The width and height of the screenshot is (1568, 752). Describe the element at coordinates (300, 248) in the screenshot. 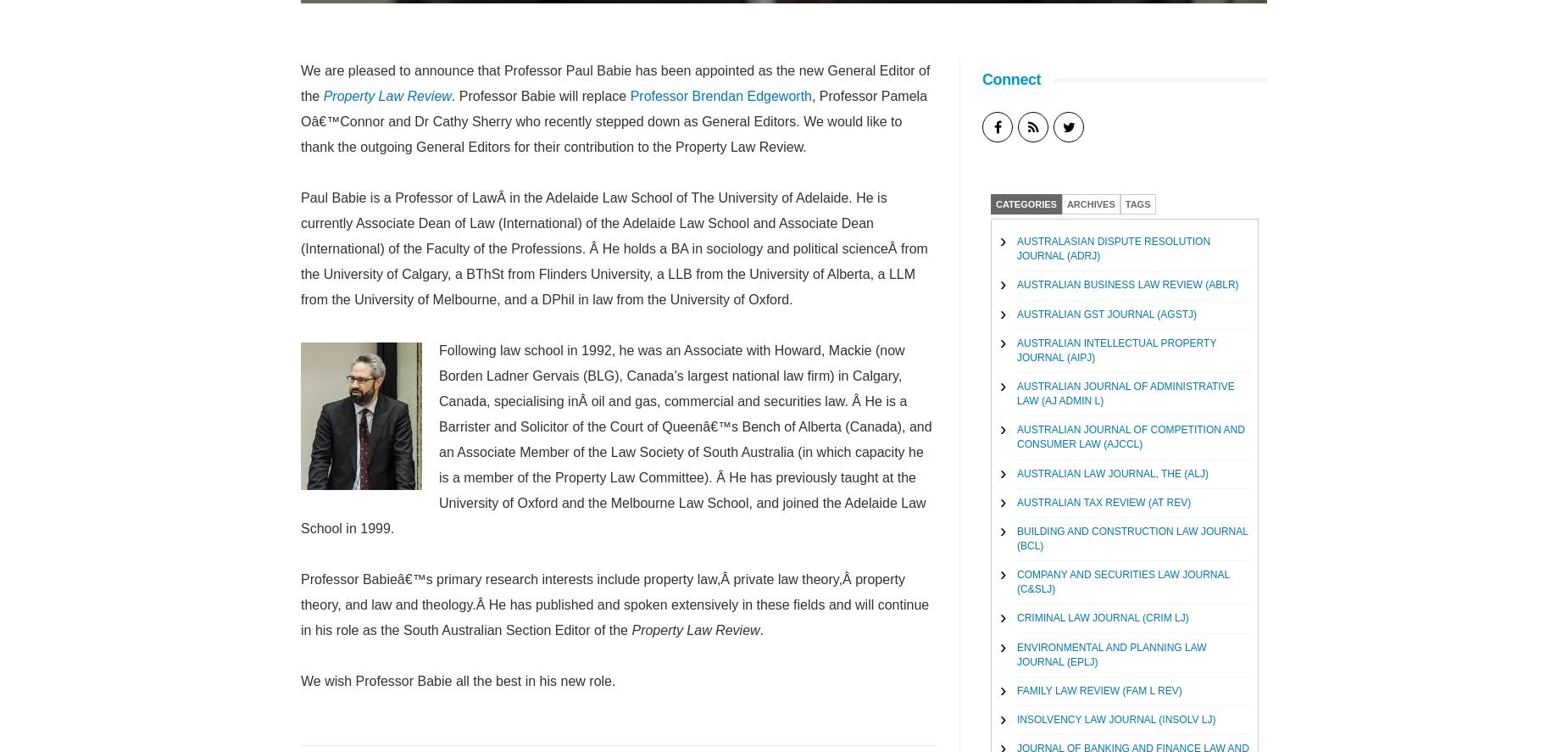

I see `'Paul Babie is a Professor of LawÂ in the Adelaide Law School of The University of Adelaide. He is currently Associate Dean of Law (International) of the Adelaide Law School and Associate Dean (International) of the Faculty of the Professions. Â He holds a BA in sociology and political scienceÂ from the University of Calgary, a BThSt from Flinders University, a LLB from the University of Alberta, a LLM from the University of Melbourne, and a DPhil in law from the University of Oxford.'` at that location.